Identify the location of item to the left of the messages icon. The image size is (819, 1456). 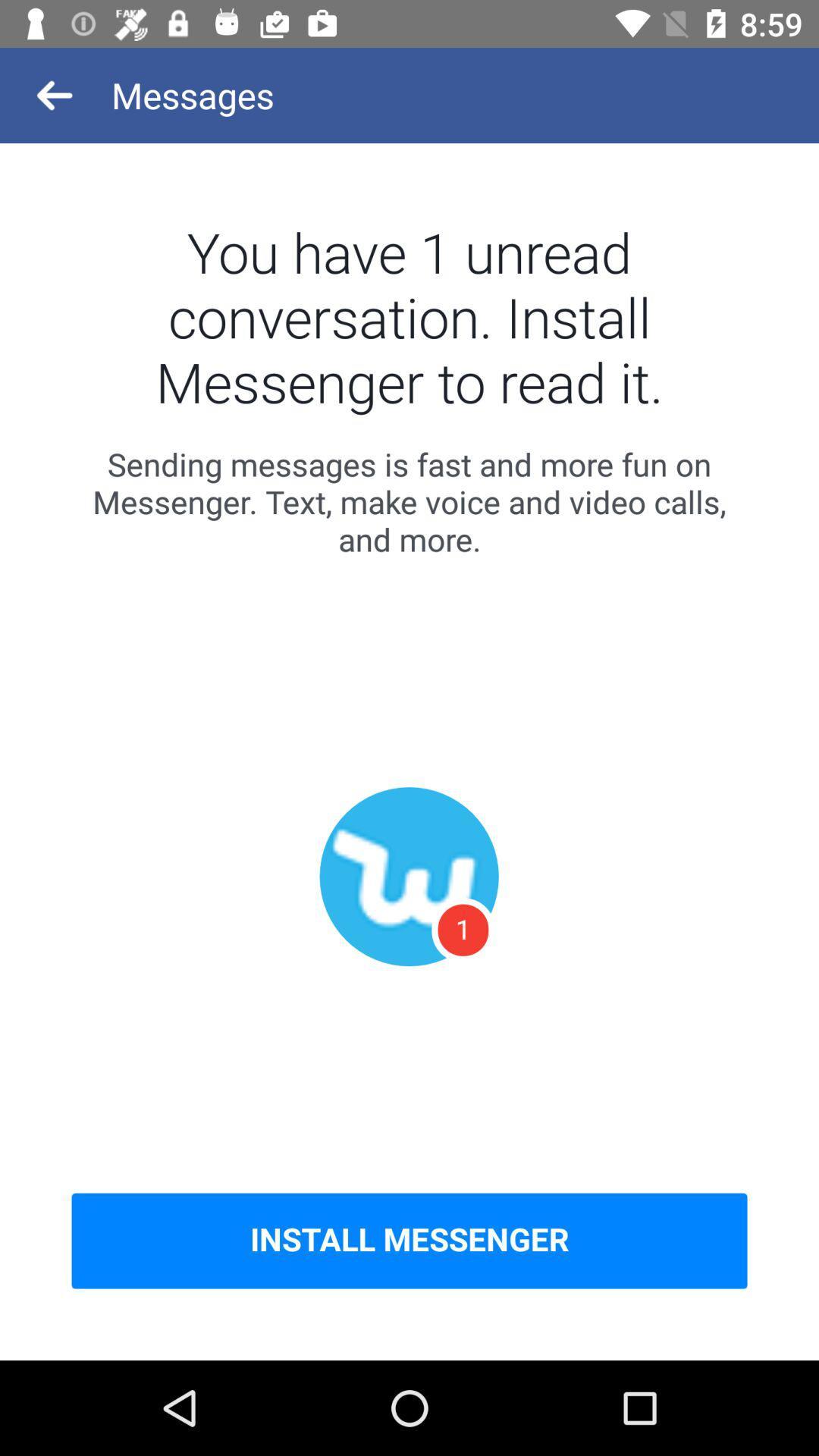
(55, 94).